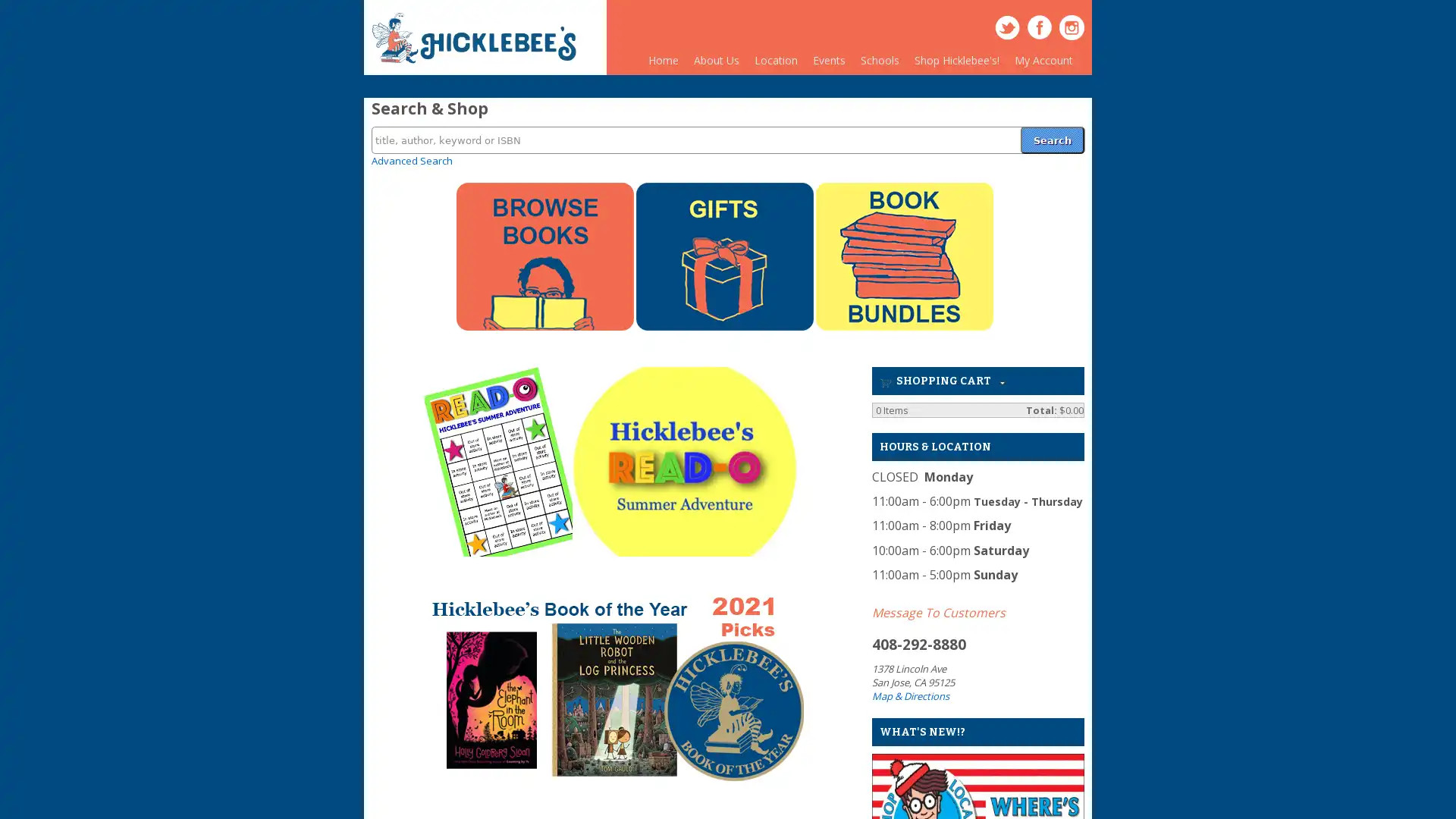 The image size is (1456, 819). I want to click on Search, so click(1051, 130).